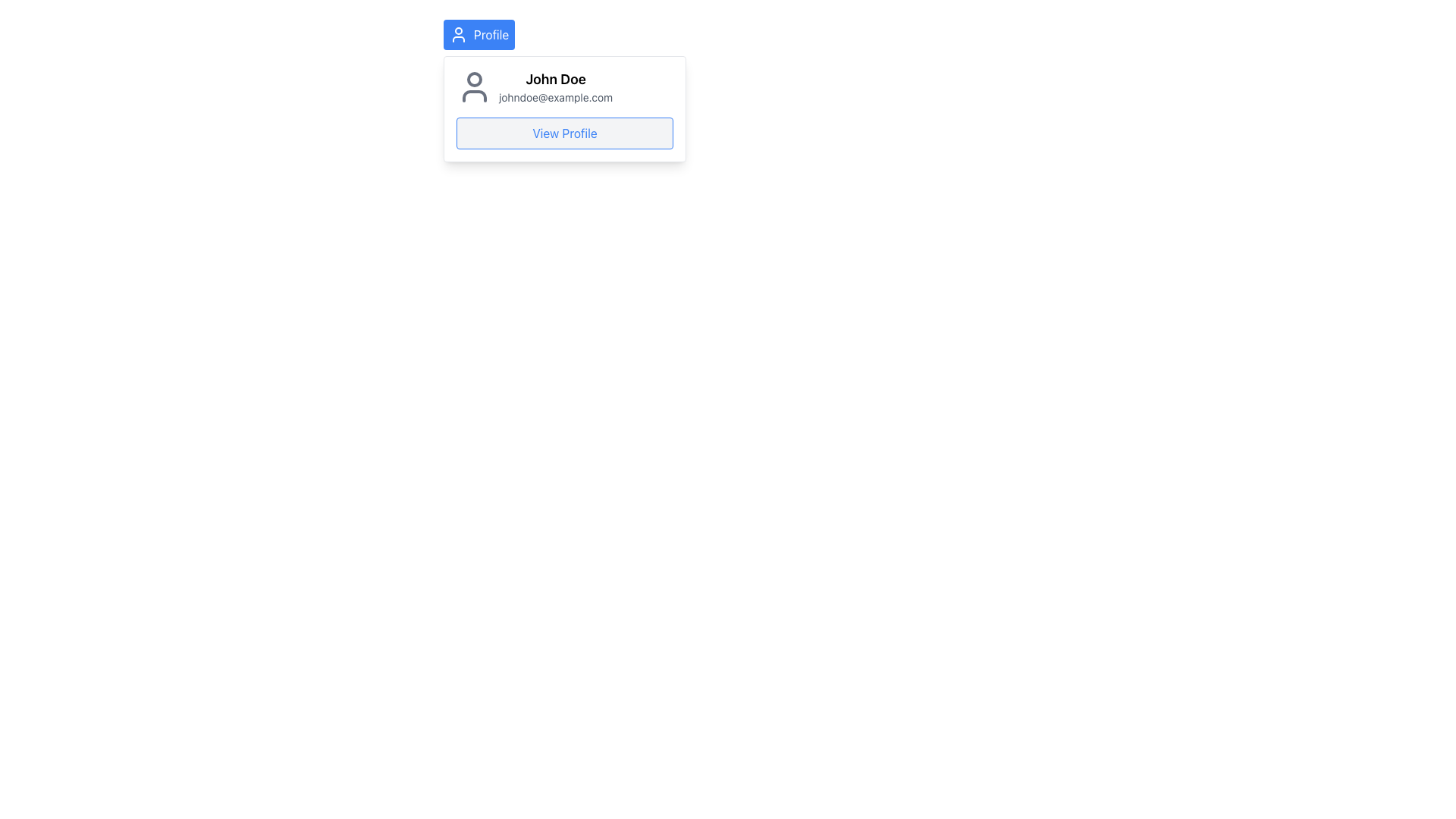  Describe the element at coordinates (563, 133) in the screenshot. I see `the button that accesses the profile details of 'John Doe' to observe the hover effects` at that location.